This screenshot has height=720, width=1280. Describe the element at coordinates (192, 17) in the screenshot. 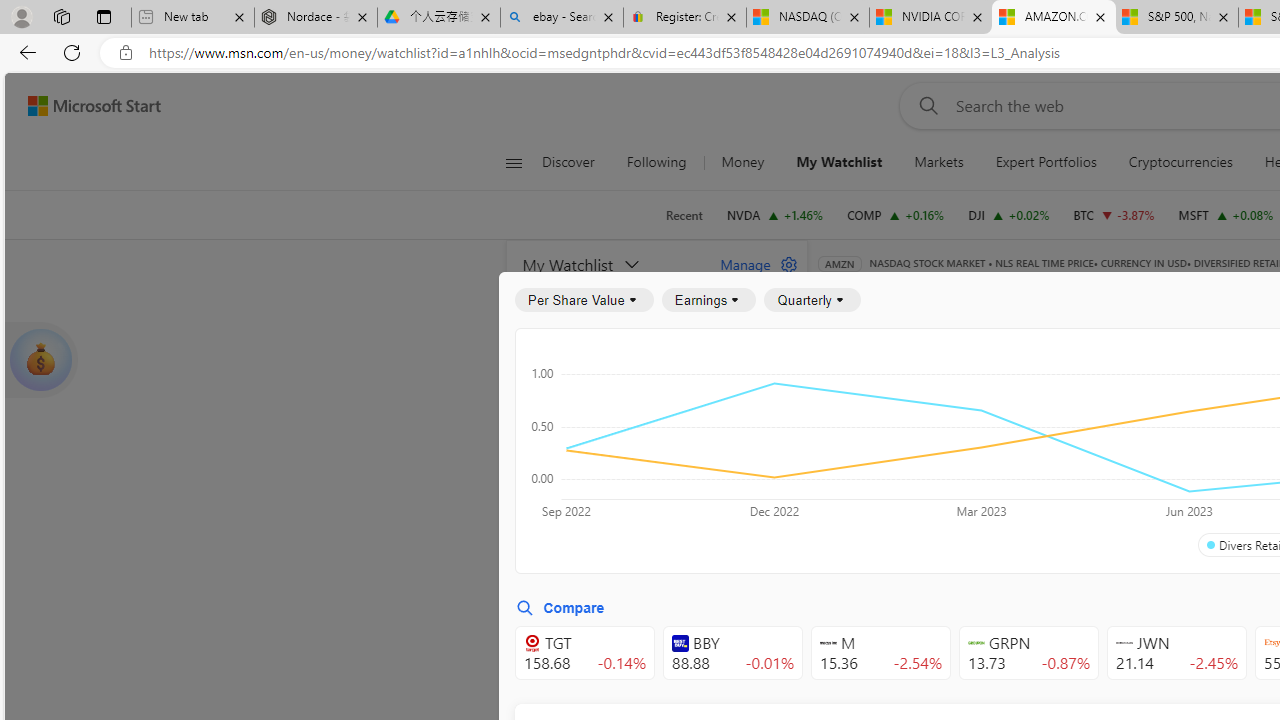

I see `'New tab - Sleeping'` at that location.